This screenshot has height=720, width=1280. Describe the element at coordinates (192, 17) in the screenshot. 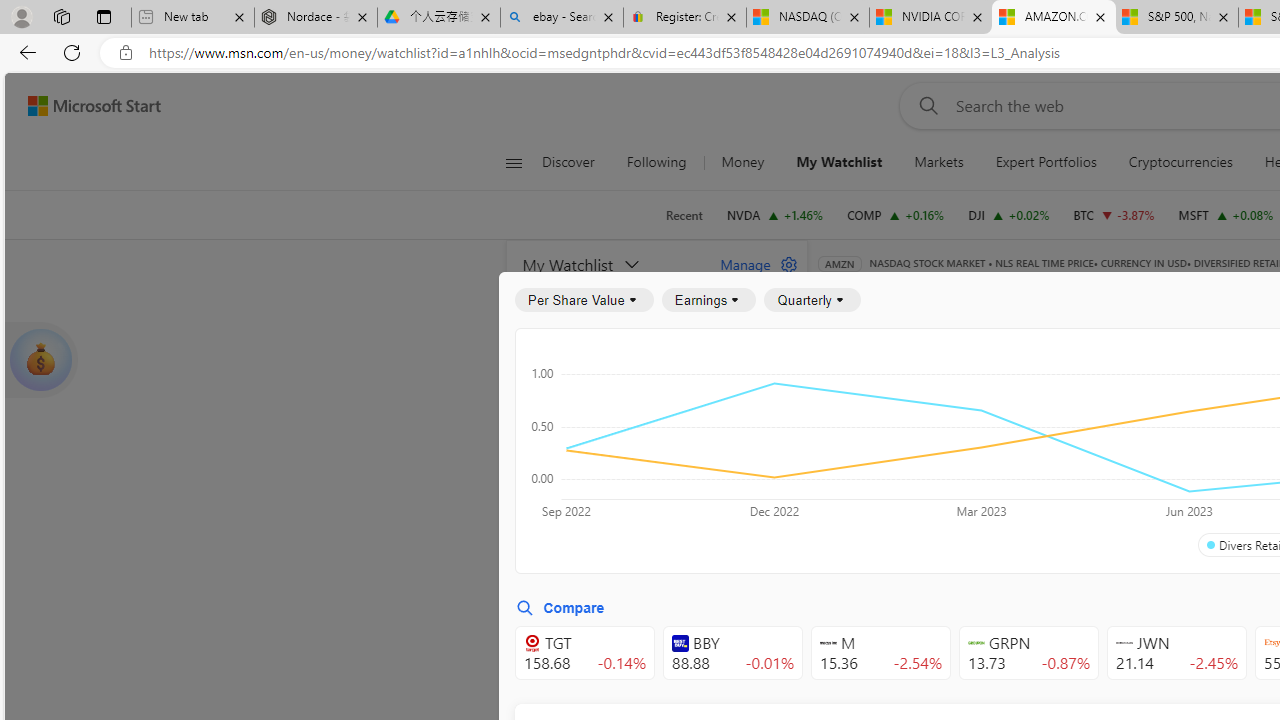

I see `'New tab - Sleeping'` at that location.